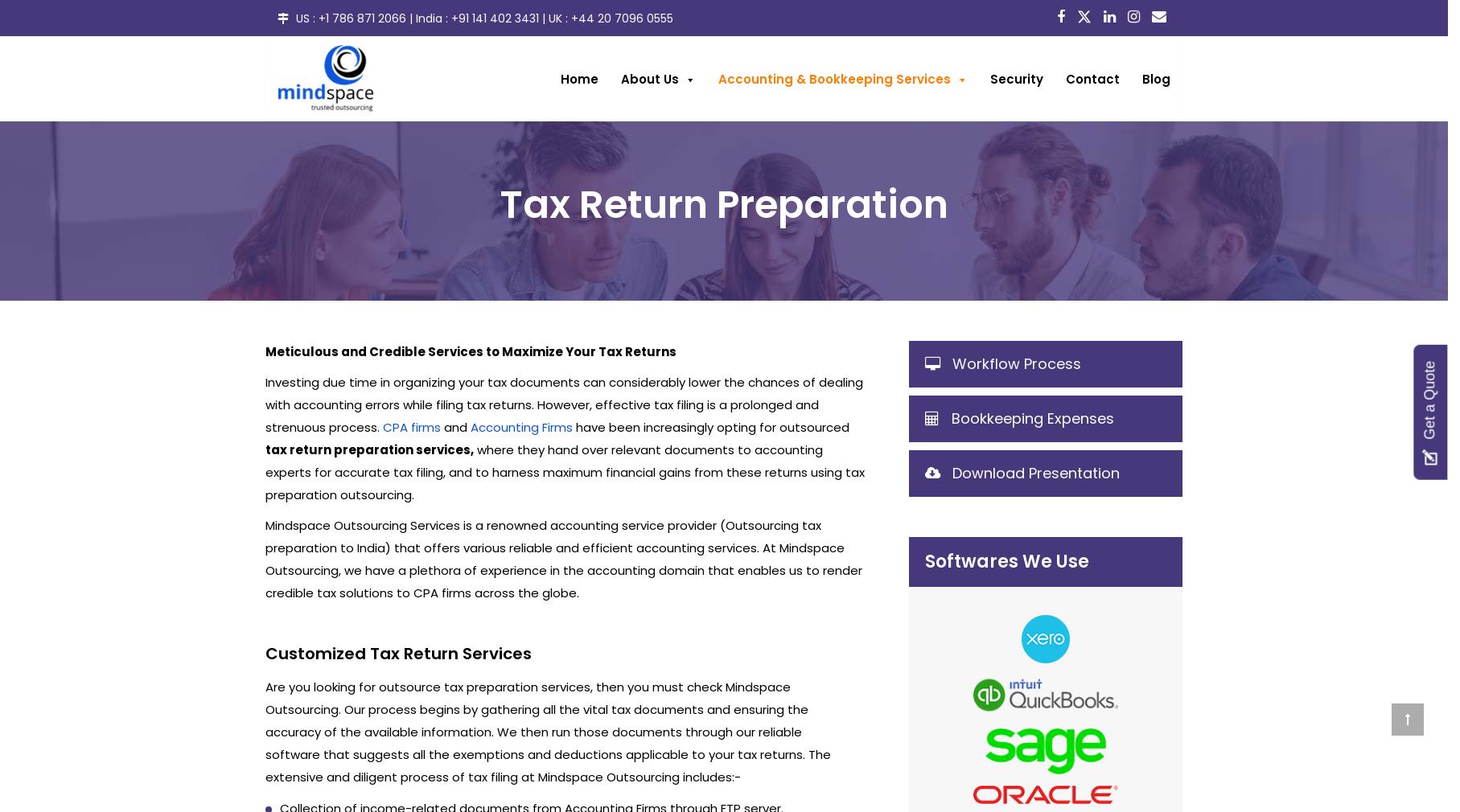 Image resolution: width=1460 pixels, height=812 pixels. Describe the element at coordinates (264, 351) in the screenshot. I see `'Meticulous and Credible Services to Maximize Your Tax Returns'` at that location.